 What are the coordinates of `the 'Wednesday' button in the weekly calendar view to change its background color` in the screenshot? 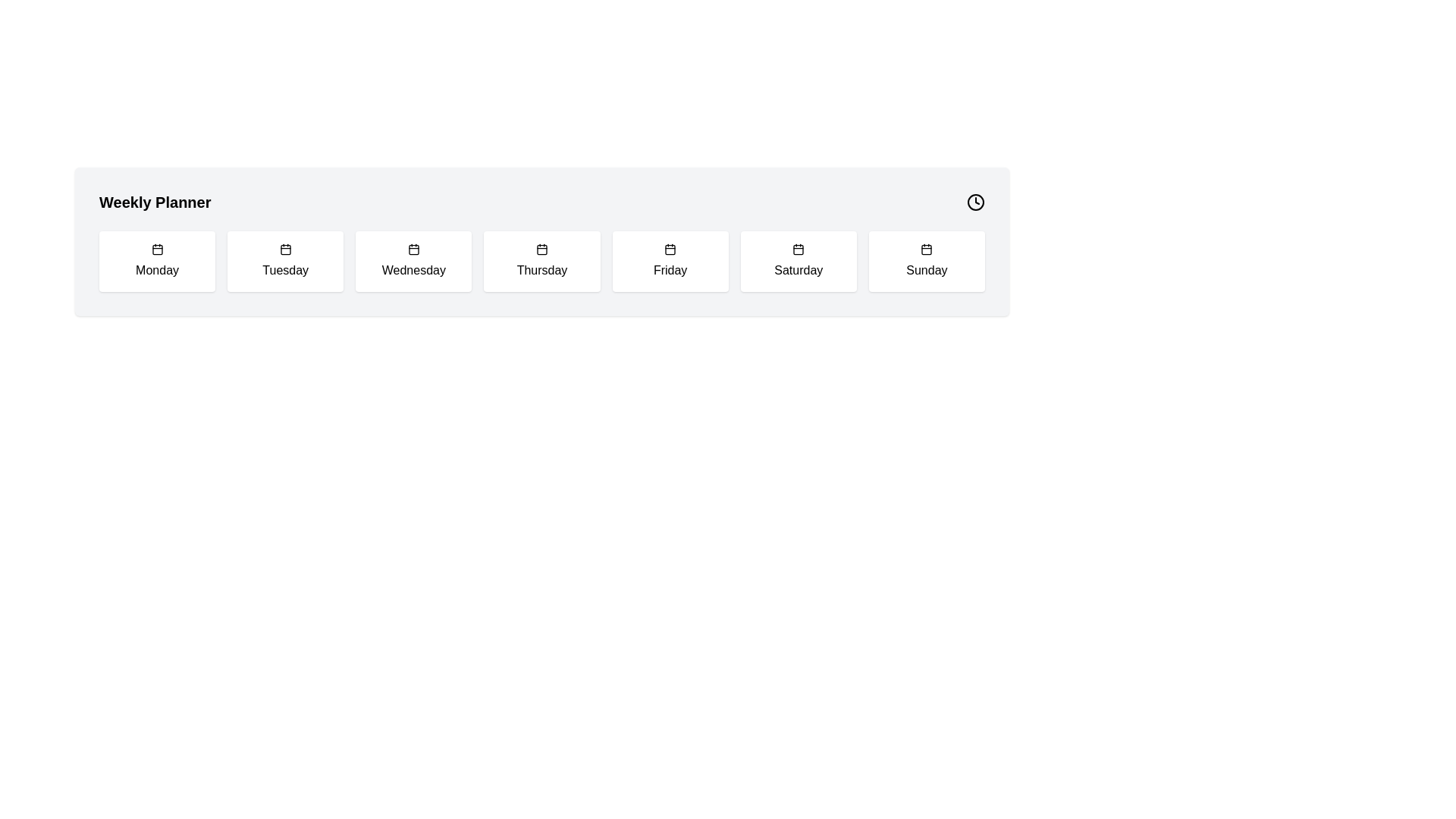 It's located at (413, 260).